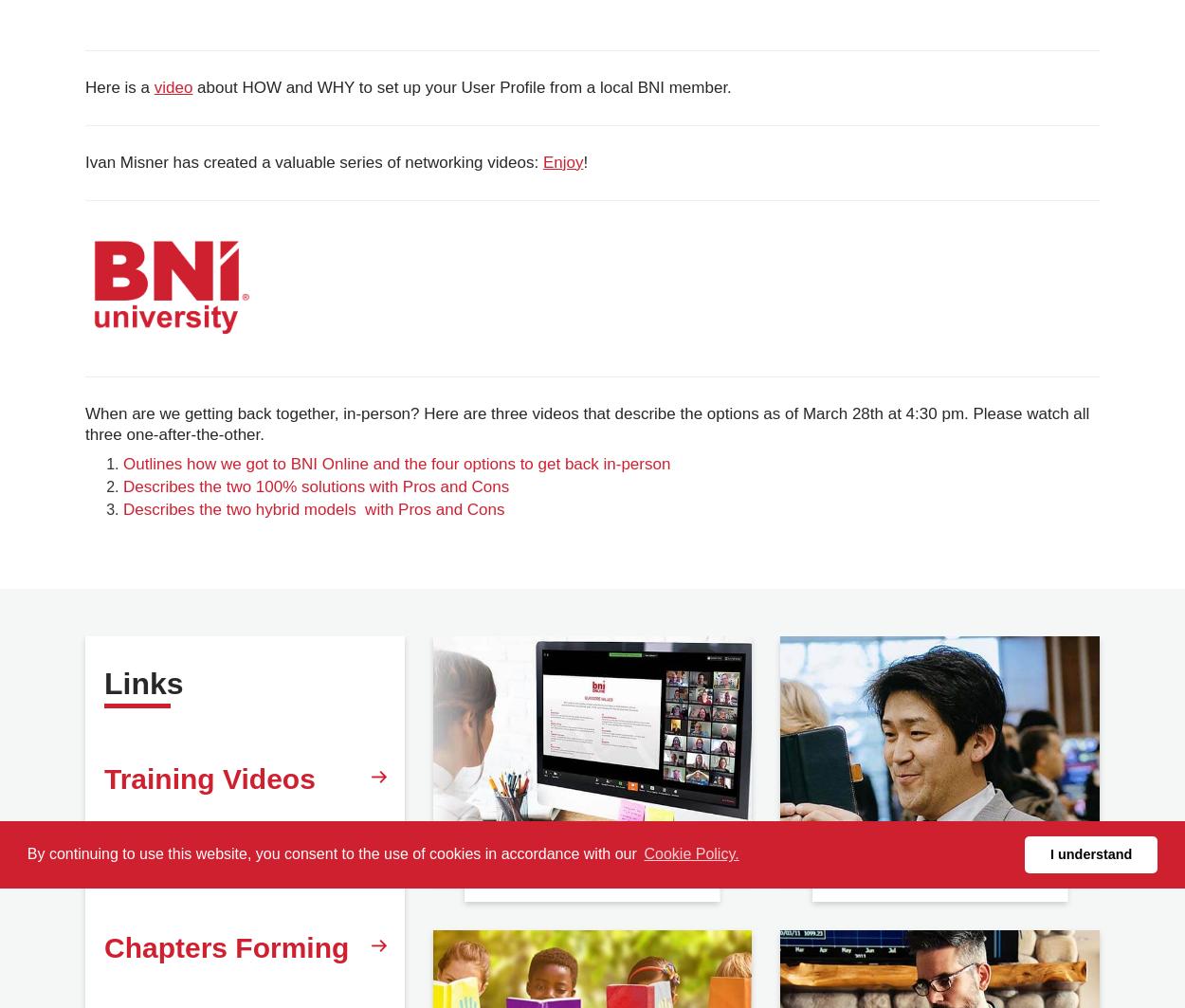 This screenshot has width=1185, height=1008. Describe the element at coordinates (315, 486) in the screenshot. I see `'Describes the two 100% solutions with Pros and Cons'` at that location.